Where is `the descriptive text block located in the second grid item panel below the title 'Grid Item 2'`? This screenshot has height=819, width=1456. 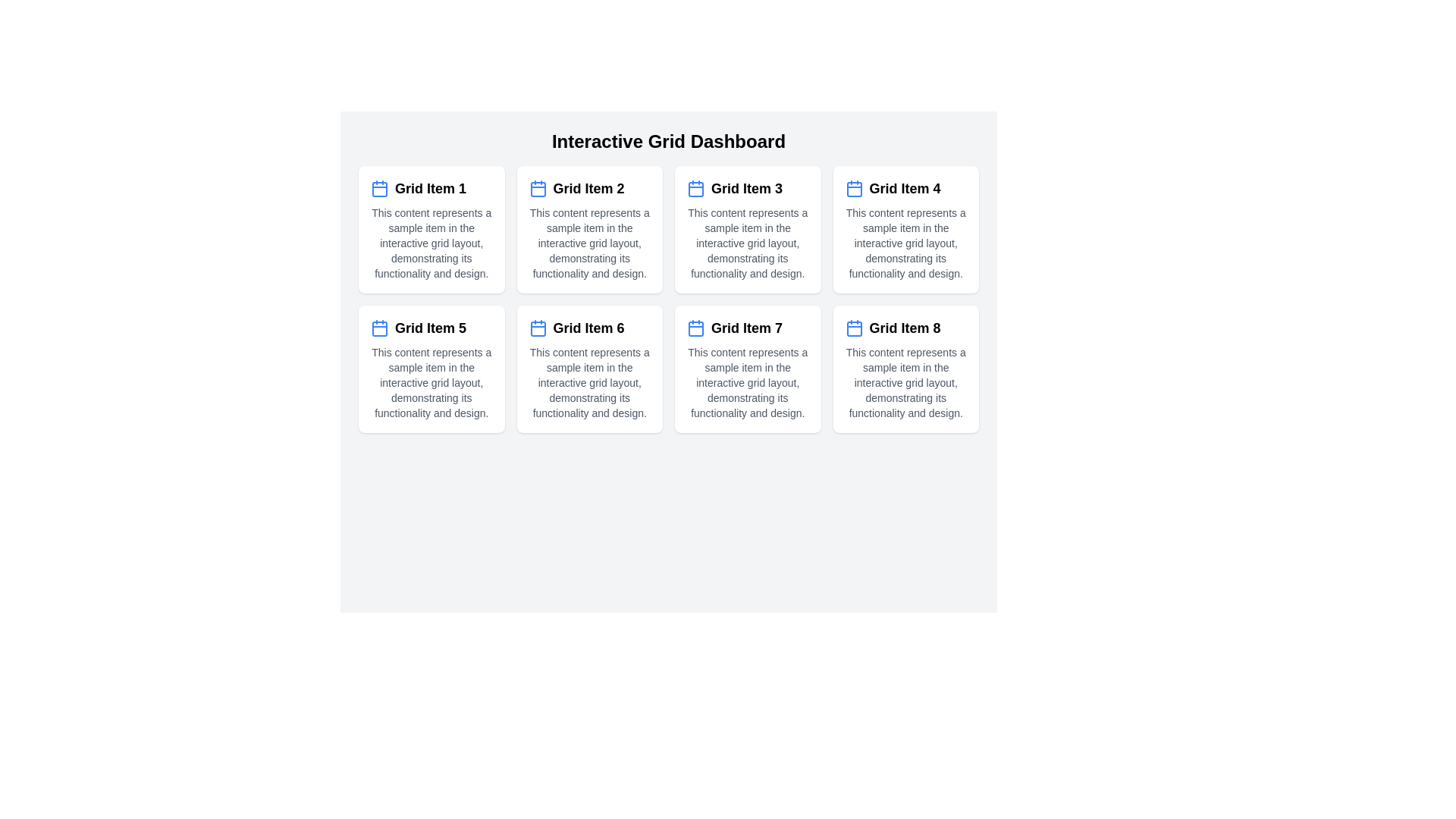
the descriptive text block located in the second grid item panel below the title 'Grid Item 2' is located at coordinates (588, 242).